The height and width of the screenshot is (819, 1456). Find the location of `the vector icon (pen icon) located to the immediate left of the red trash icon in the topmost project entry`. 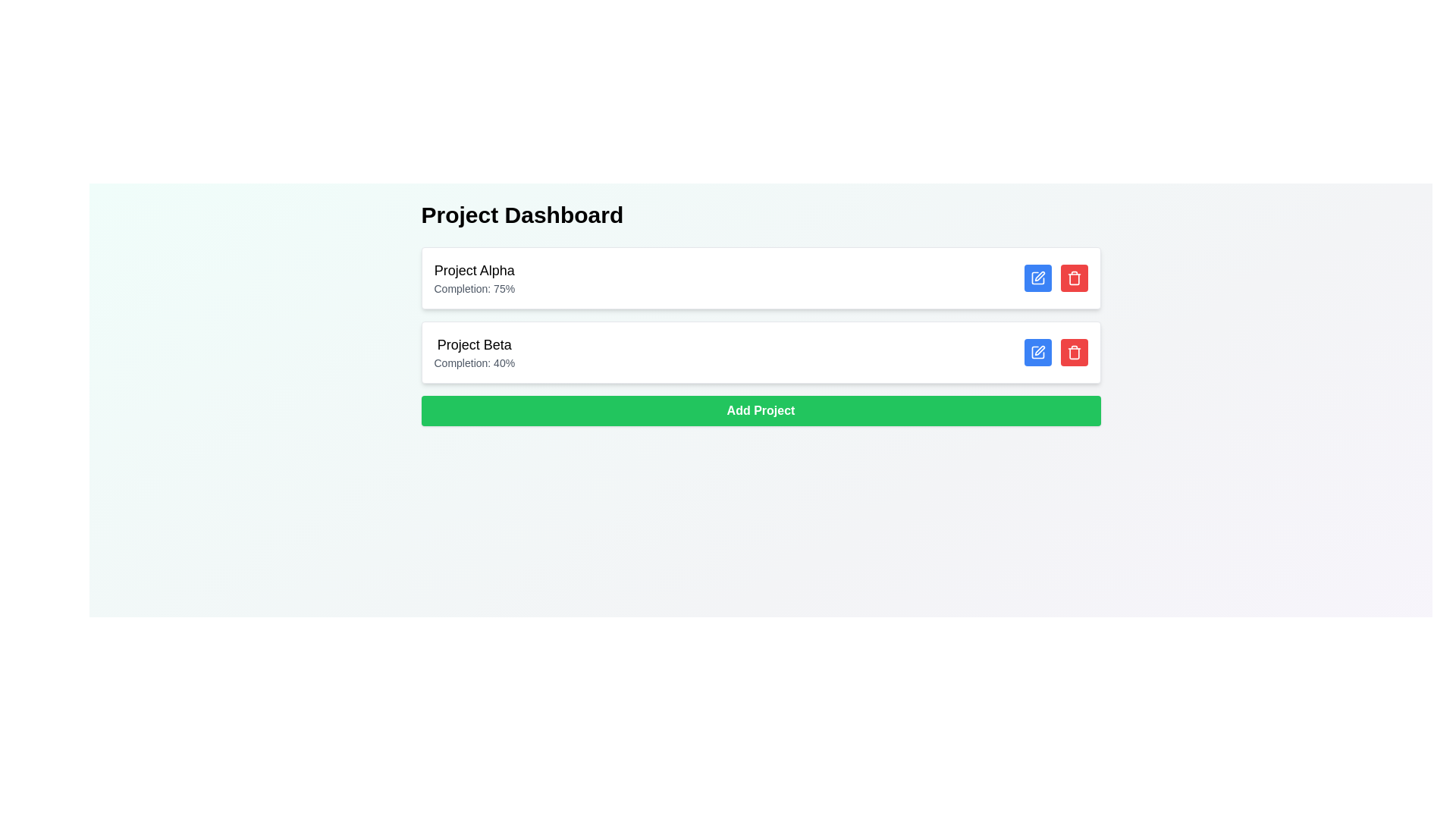

the vector icon (pen icon) located to the immediate left of the red trash icon in the topmost project entry is located at coordinates (1037, 275).